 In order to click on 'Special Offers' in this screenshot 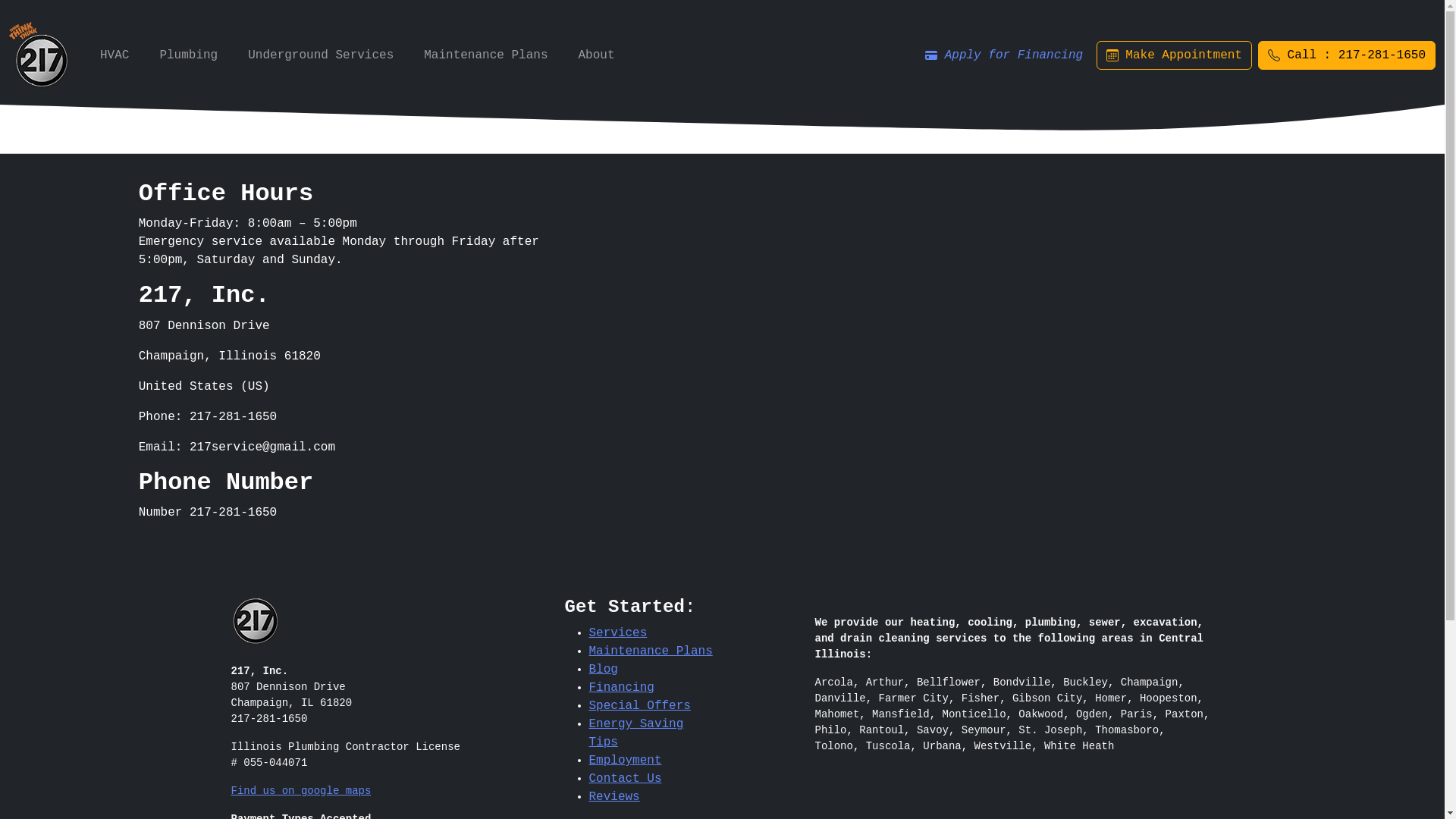, I will do `click(639, 705)`.